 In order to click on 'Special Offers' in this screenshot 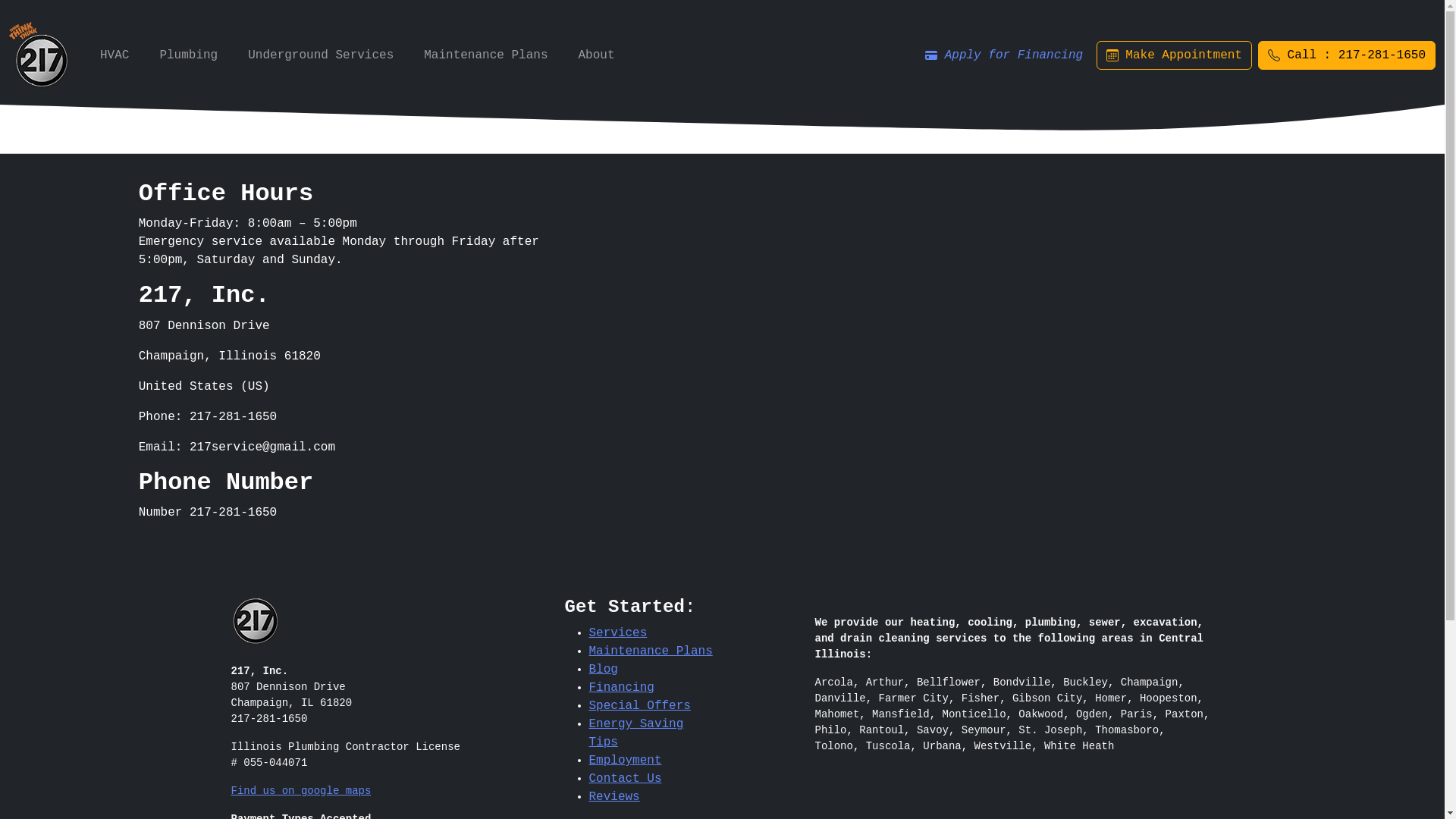, I will do `click(639, 705)`.